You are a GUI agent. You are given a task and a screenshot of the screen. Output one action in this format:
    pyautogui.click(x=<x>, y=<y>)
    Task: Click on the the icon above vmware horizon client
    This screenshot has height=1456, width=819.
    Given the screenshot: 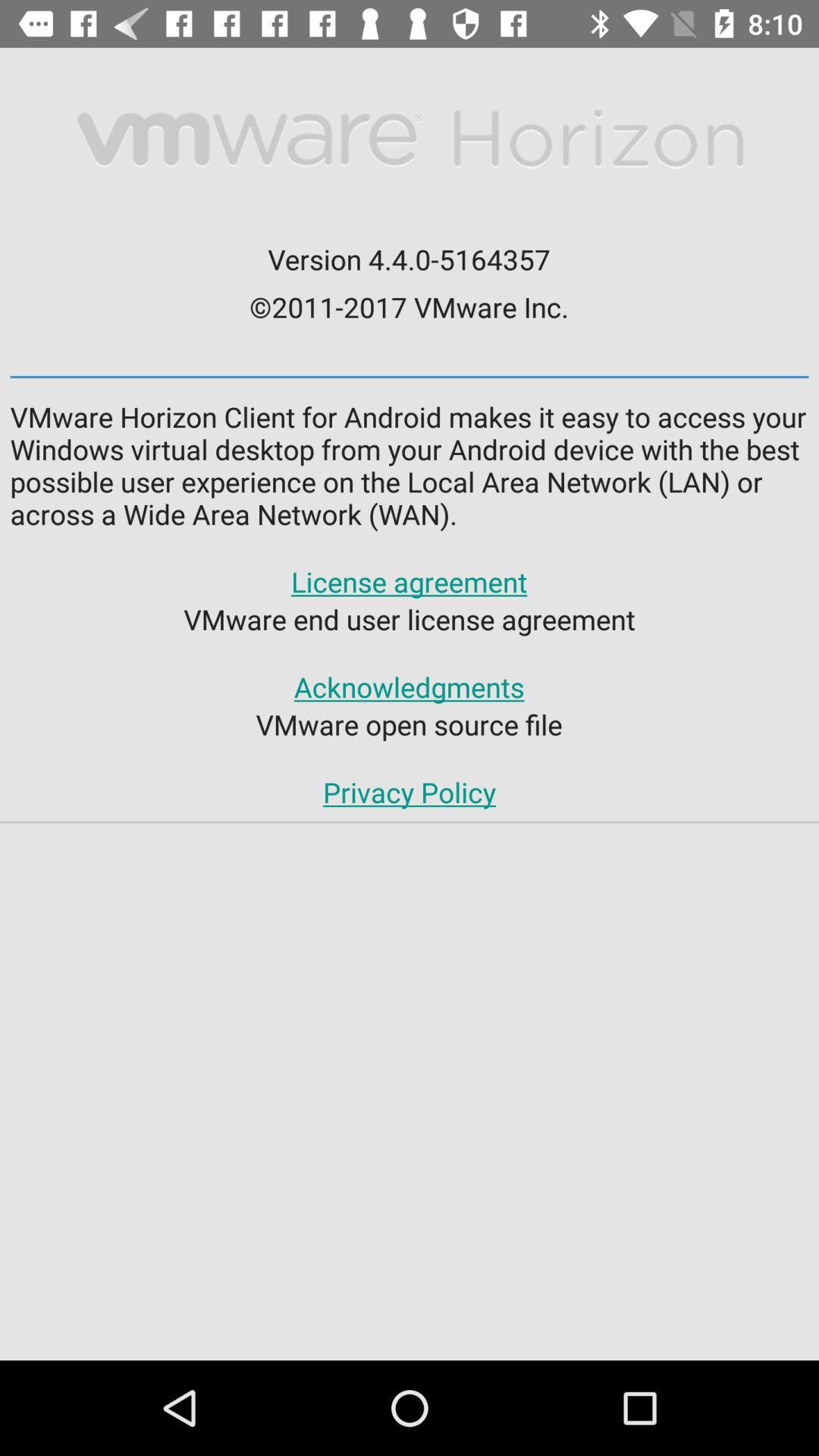 What is the action you would take?
    pyautogui.click(x=409, y=377)
    